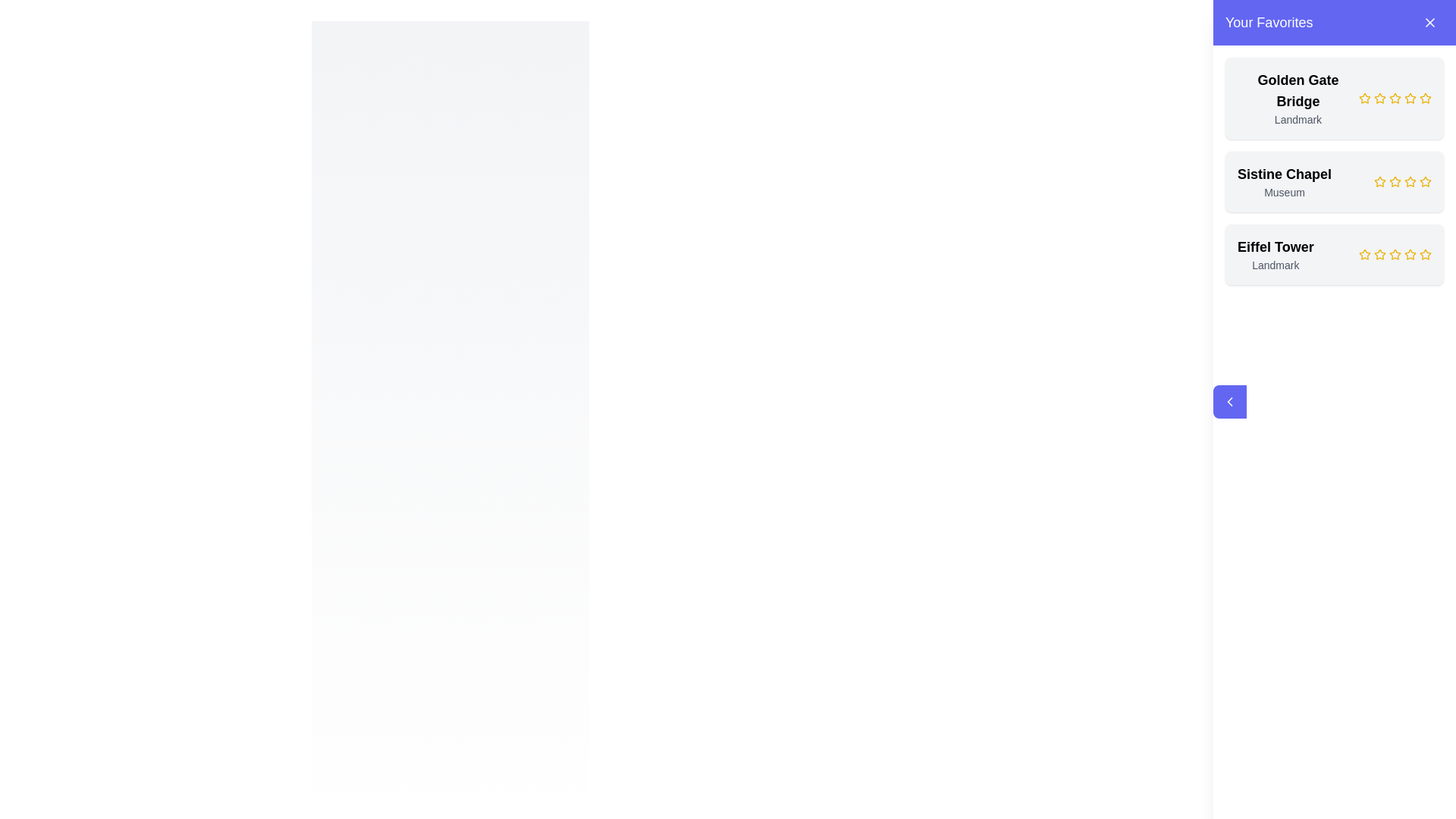  Describe the element at coordinates (1379, 180) in the screenshot. I see `the second star-shaped rating icon in yellow, located under the 'Your Favorites' header in the 'Sistine Chapel' rating section` at that location.